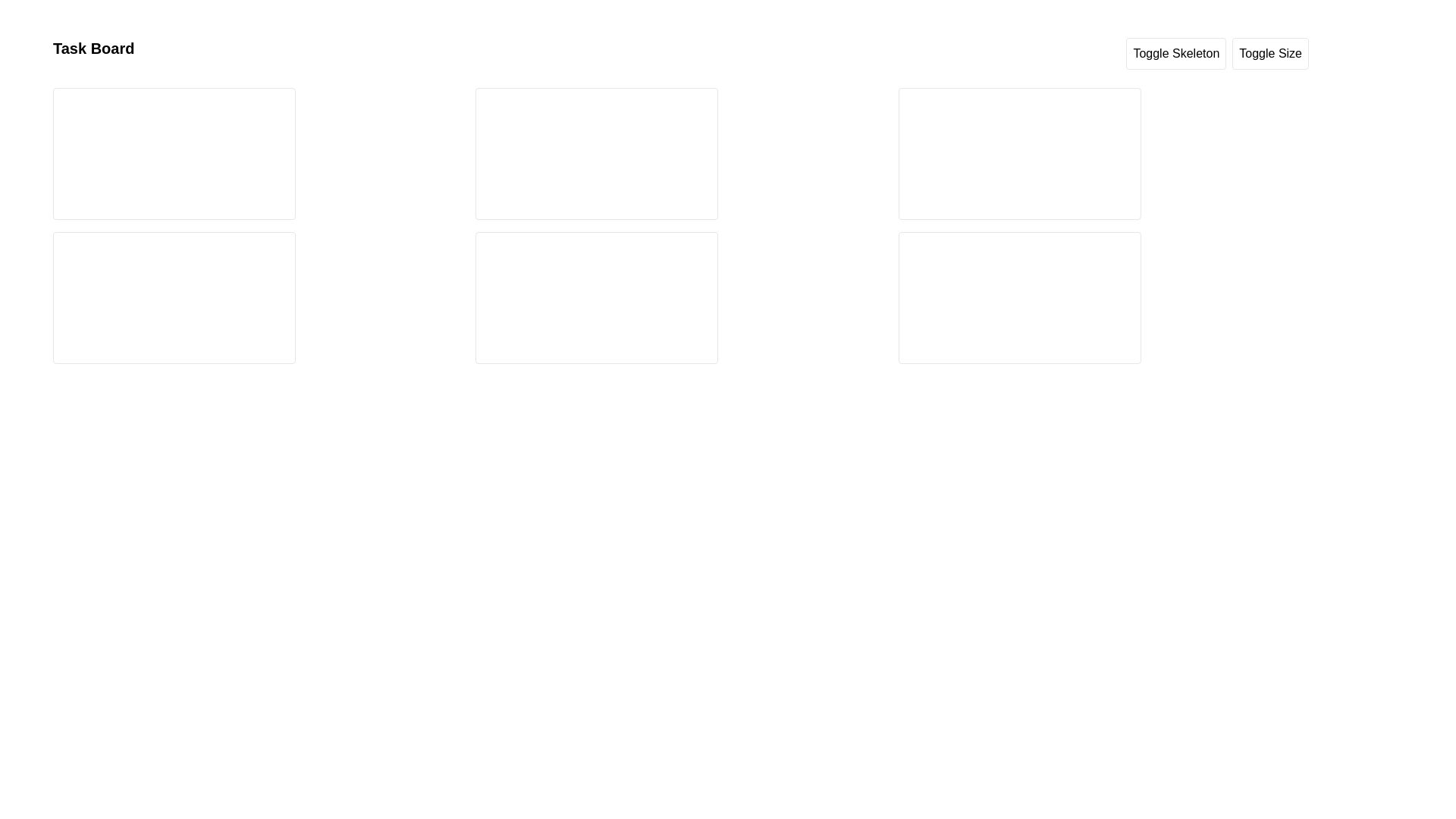 The image size is (1456, 819). Describe the element at coordinates (77, 115) in the screenshot. I see `the Circular skeleton placeholder, which is a circular component with a pulse effect, measuring 40x40 pixels and located in the upper-left region of the interface` at that location.